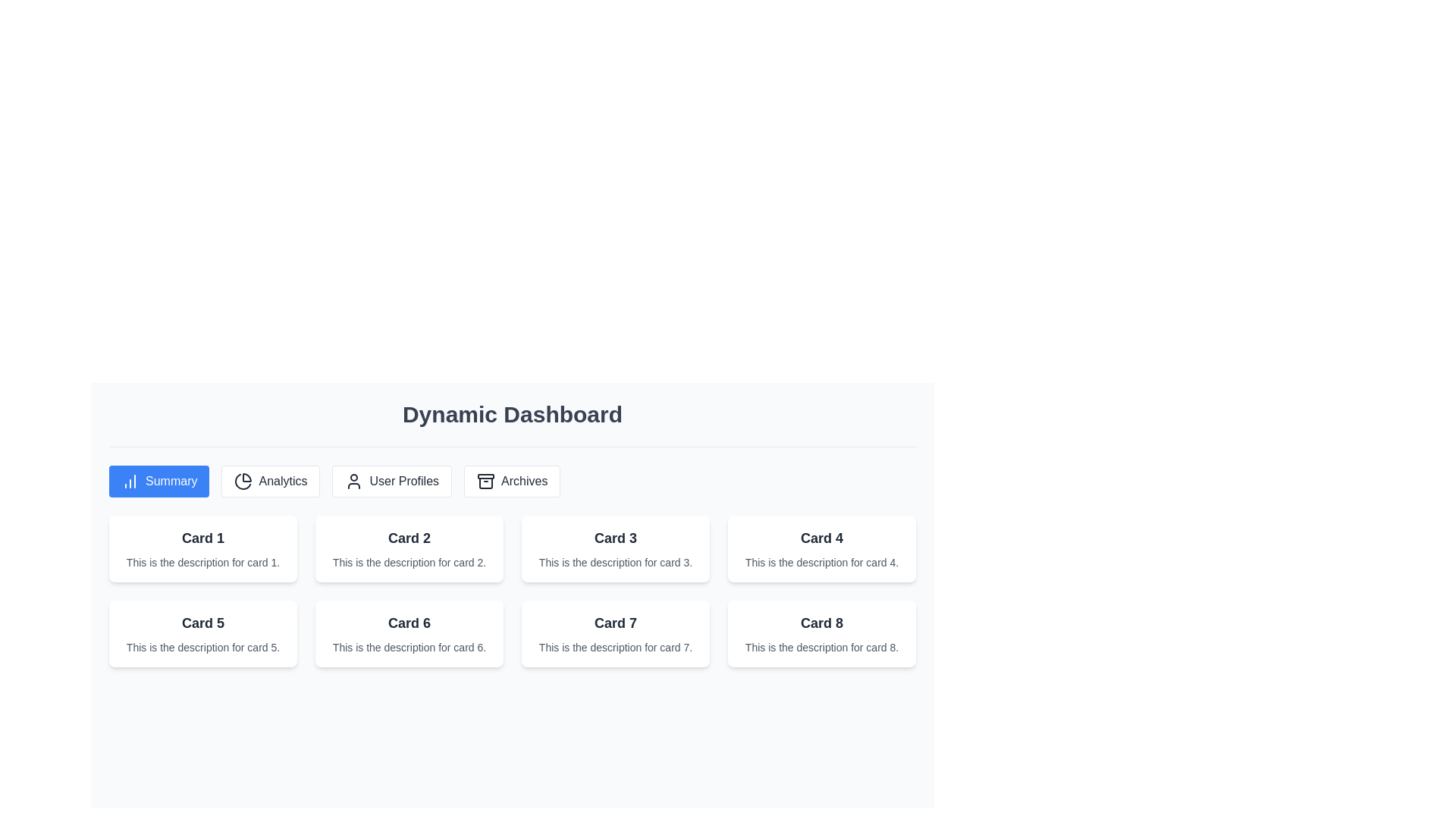 Image resolution: width=1456 pixels, height=819 pixels. I want to click on the descriptive text providing additional information specific to 'Card 4', located centrally below the title in the fourth card of the grid layout, so click(821, 562).